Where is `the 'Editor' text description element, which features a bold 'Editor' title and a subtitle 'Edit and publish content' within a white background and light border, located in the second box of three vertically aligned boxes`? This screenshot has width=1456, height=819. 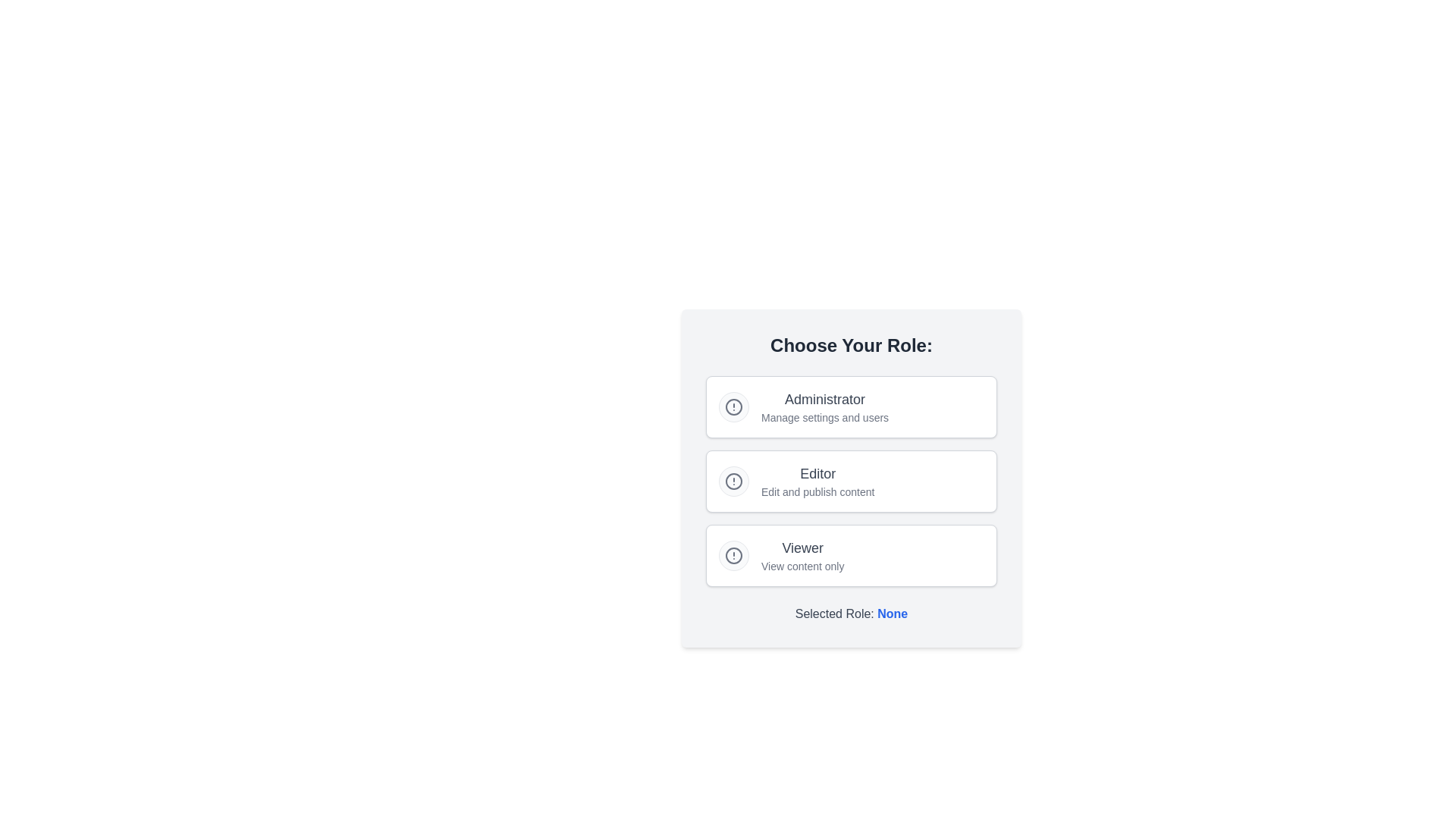
the 'Editor' text description element, which features a bold 'Editor' title and a subtitle 'Edit and publish content' within a white background and light border, located in the second box of three vertically aligned boxes is located at coordinates (817, 482).